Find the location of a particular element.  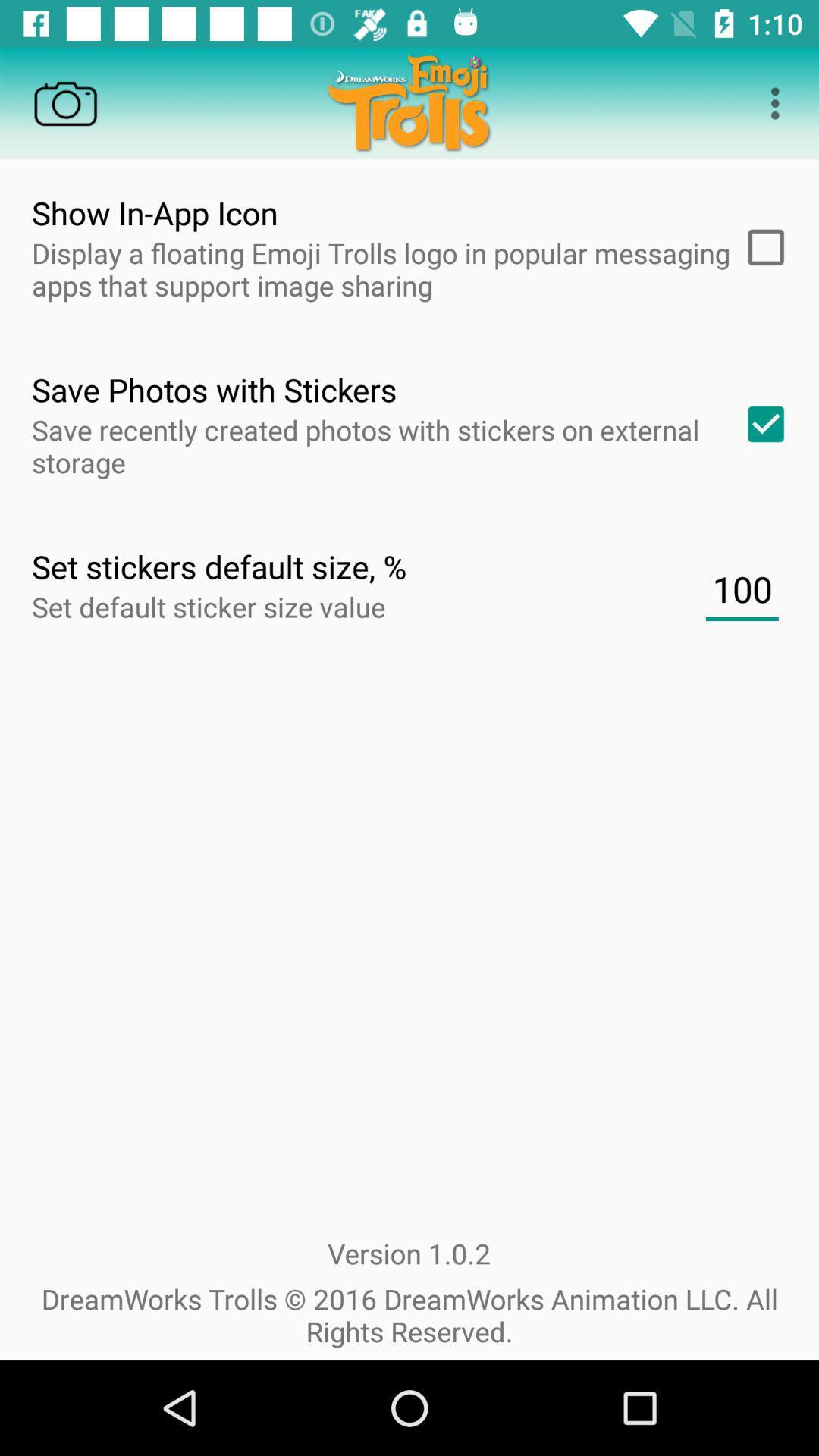

show in-app icon is located at coordinates (761, 247).